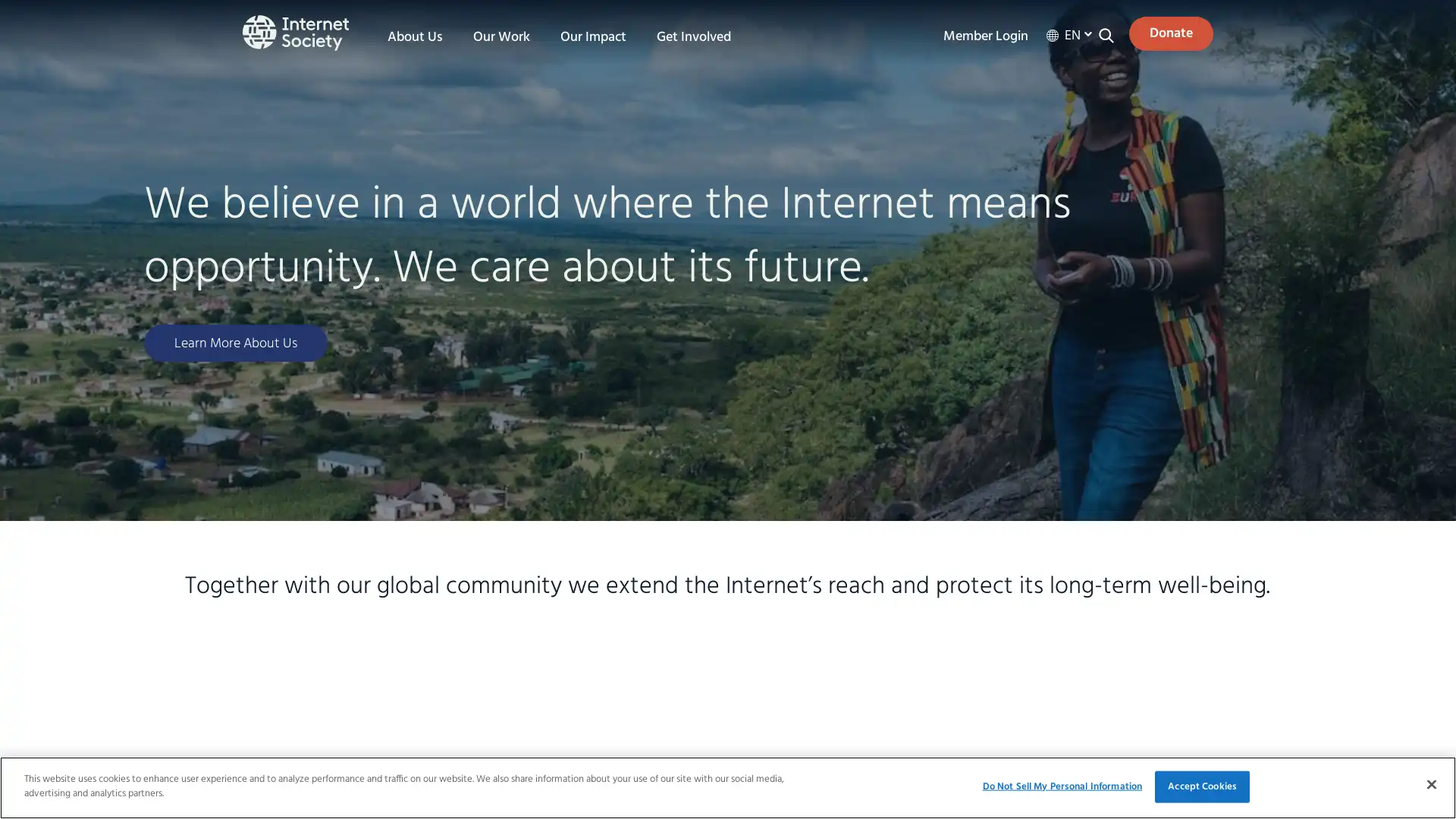 Image resolution: width=1456 pixels, height=819 pixels. Describe the element at coordinates (1201, 786) in the screenshot. I see `Accept Cookies` at that location.